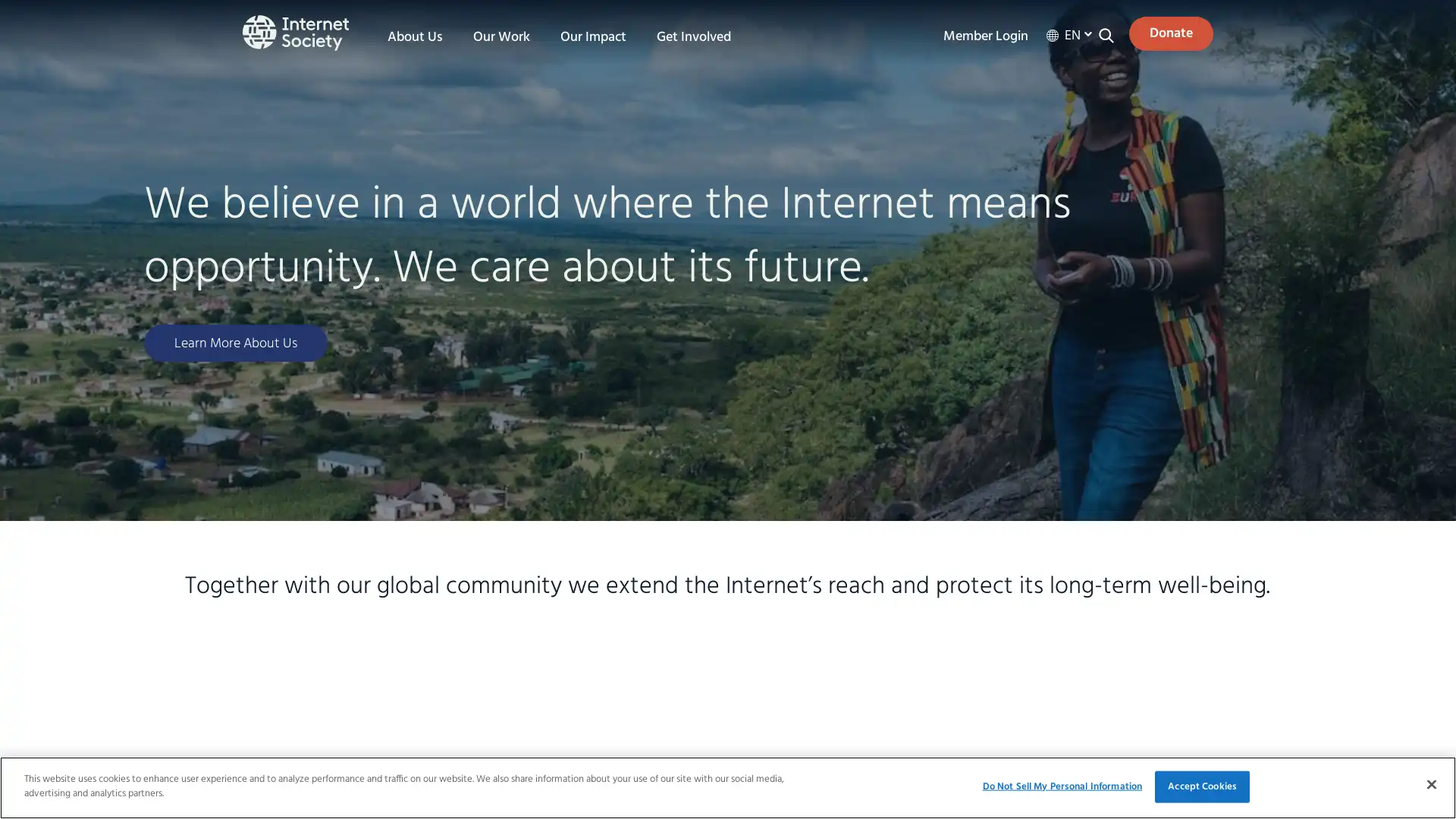 Image resolution: width=1456 pixels, height=819 pixels. Describe the element at coordinates (1201, 786) in the screenshot. I see `Accept Cookies` at that location.